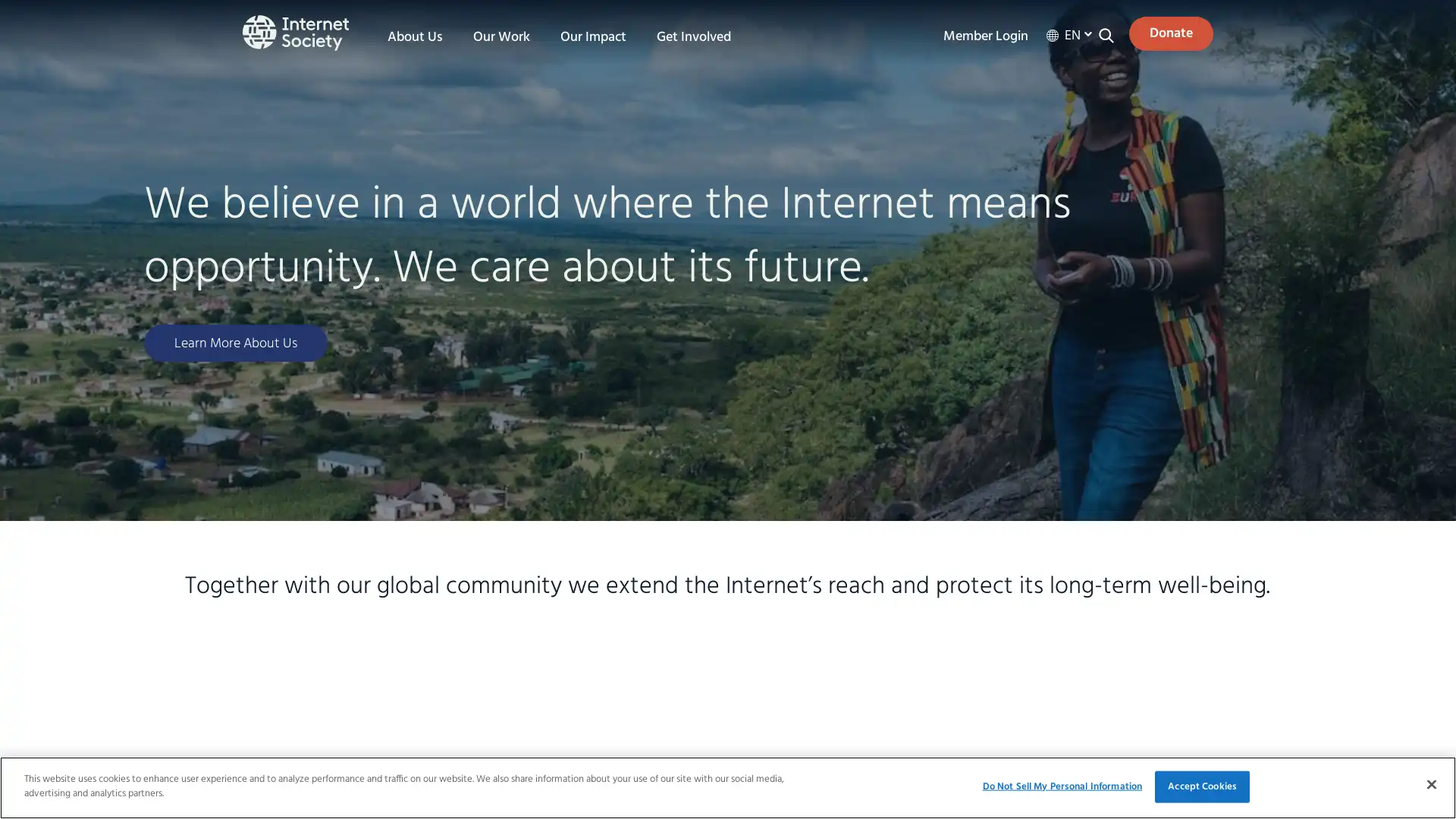 Image resolution: width=1456 pixels, height=819 pixels. Describe the element at coordinates (1201, 786) in the screenshot. I see `Accept Cookies` at that location.